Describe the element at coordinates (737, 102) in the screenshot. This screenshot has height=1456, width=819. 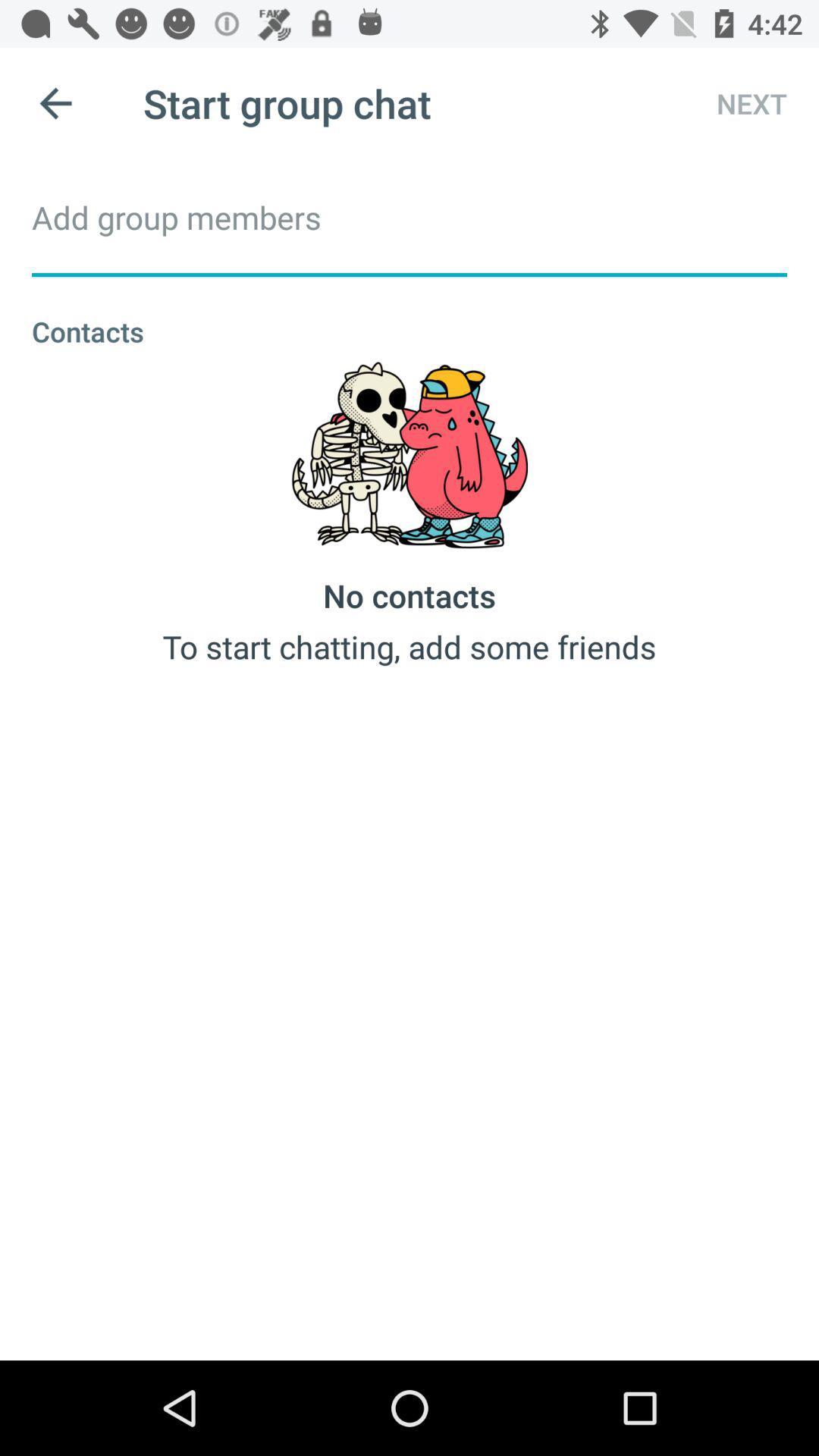
I see `the icon next to start group chat item` at that location.